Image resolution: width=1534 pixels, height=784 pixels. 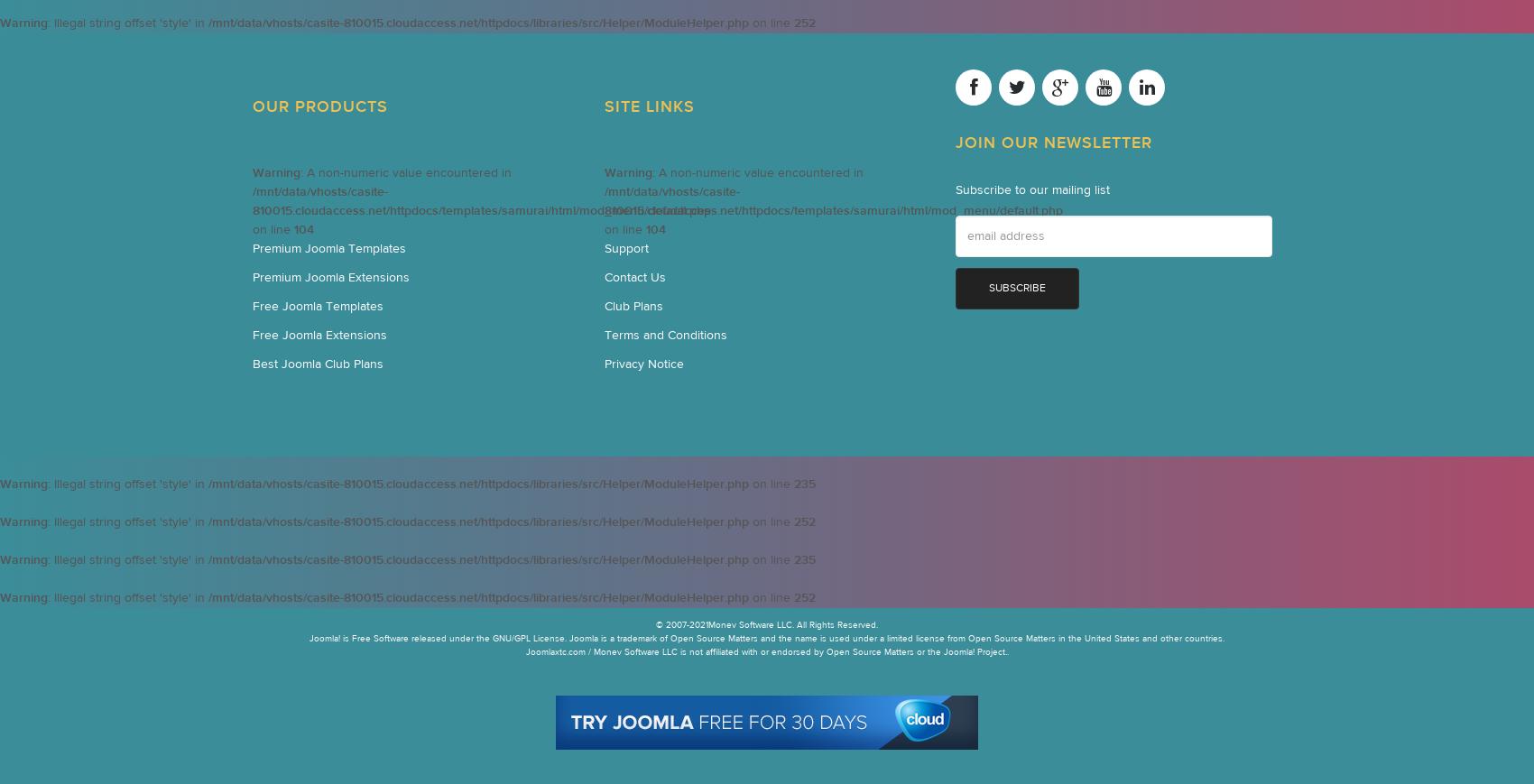 I want to click on 'Subscribe to our mailing list', so click(x=1032, y=189).